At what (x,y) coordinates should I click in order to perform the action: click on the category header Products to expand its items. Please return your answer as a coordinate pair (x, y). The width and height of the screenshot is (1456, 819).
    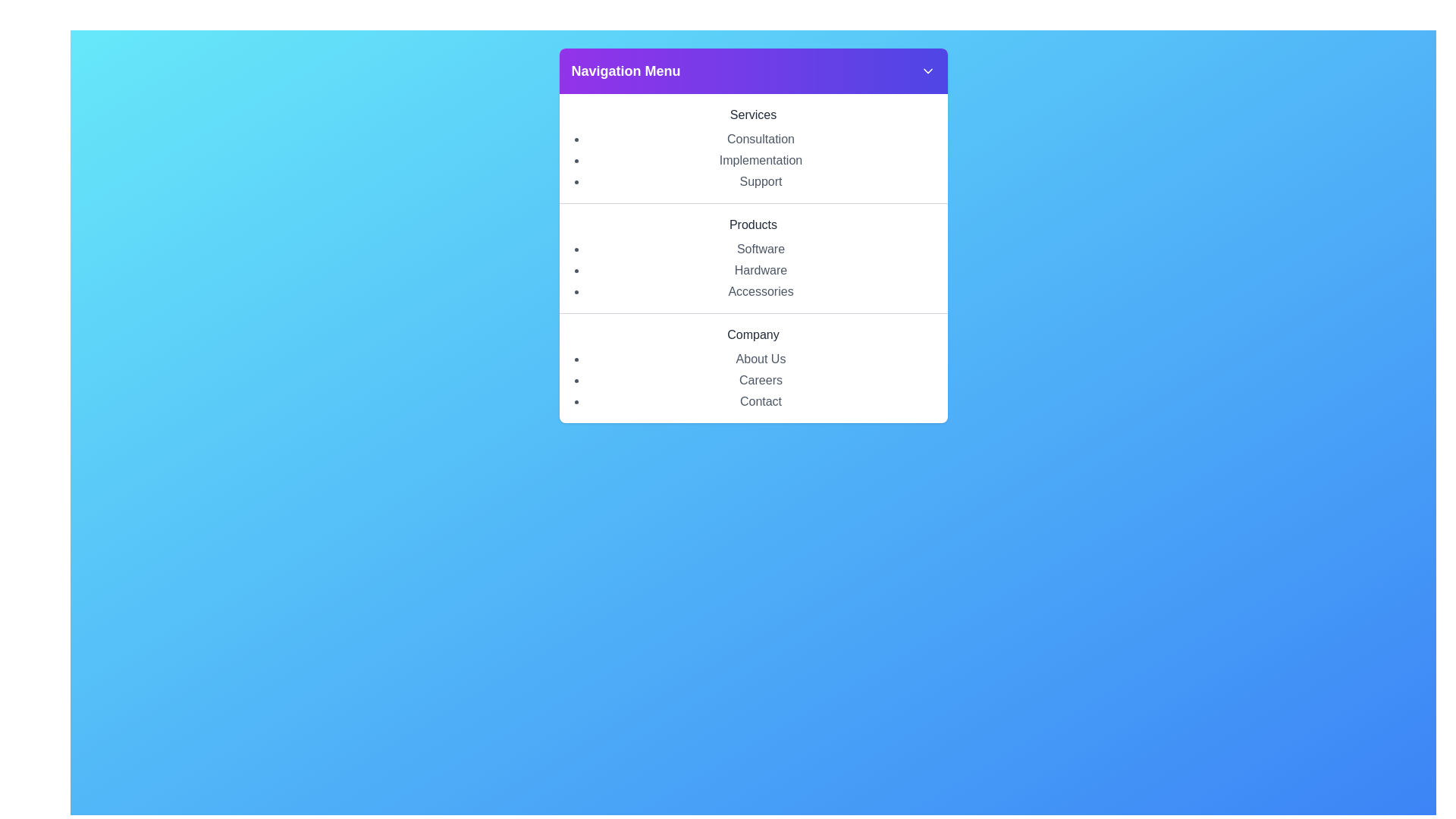
    Looking at the image, I should click on (753, 225).